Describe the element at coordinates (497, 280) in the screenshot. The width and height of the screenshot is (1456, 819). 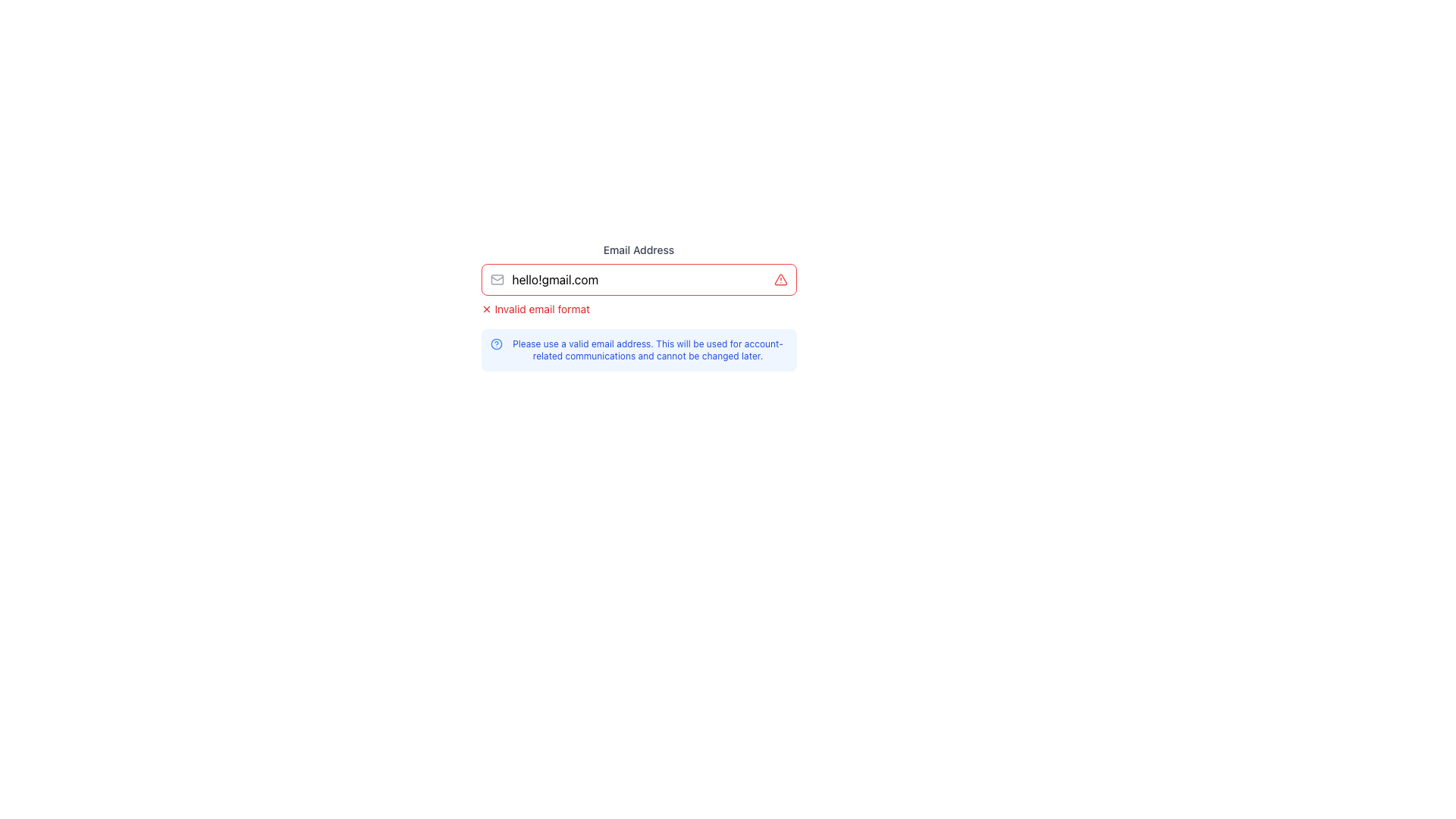
I see `the gray envelope icon, which is styled in line art and positioned to the left of the email input field` at that location.